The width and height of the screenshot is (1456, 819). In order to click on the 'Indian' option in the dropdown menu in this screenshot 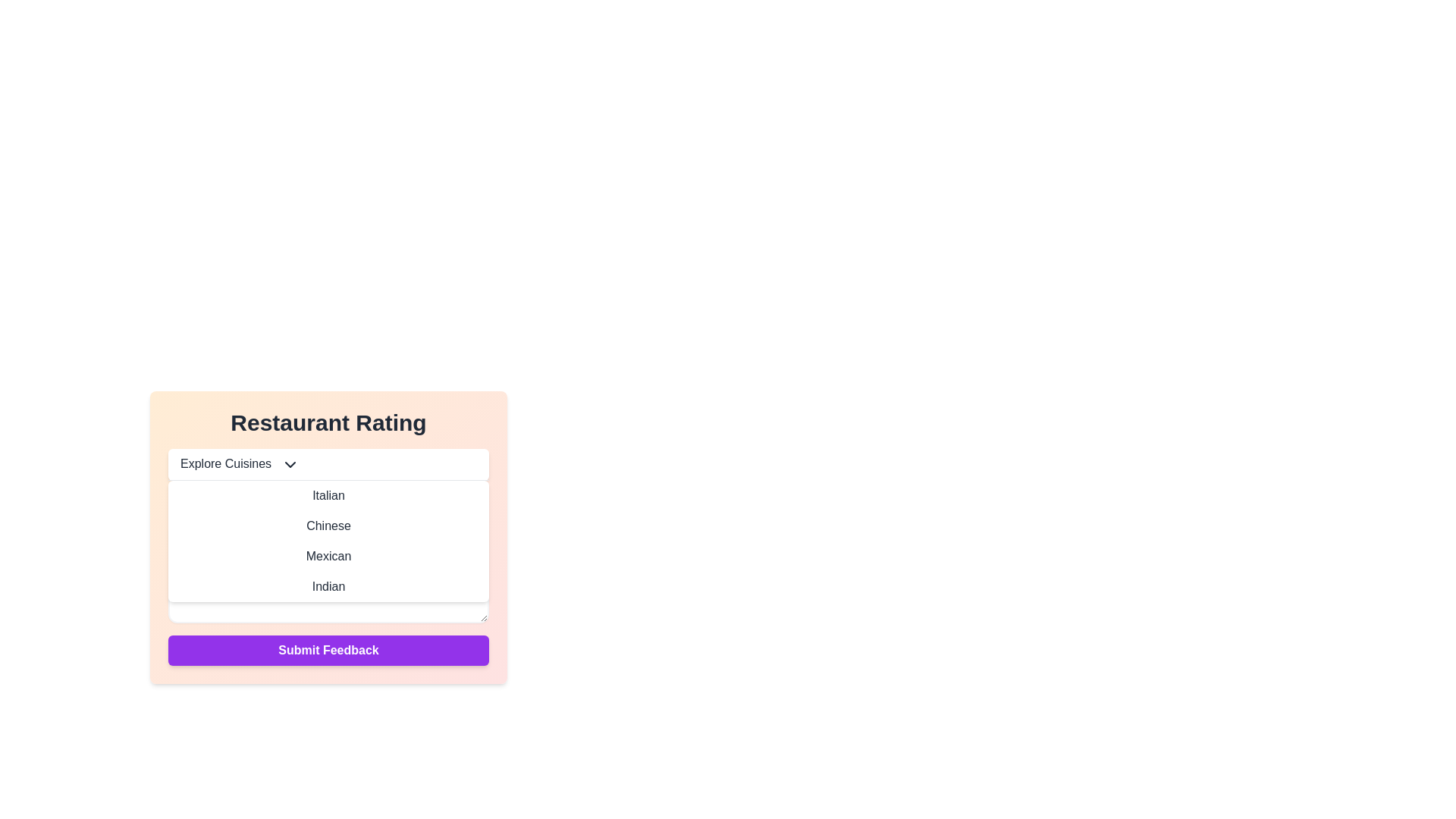, I will do `click(328, 585)`.